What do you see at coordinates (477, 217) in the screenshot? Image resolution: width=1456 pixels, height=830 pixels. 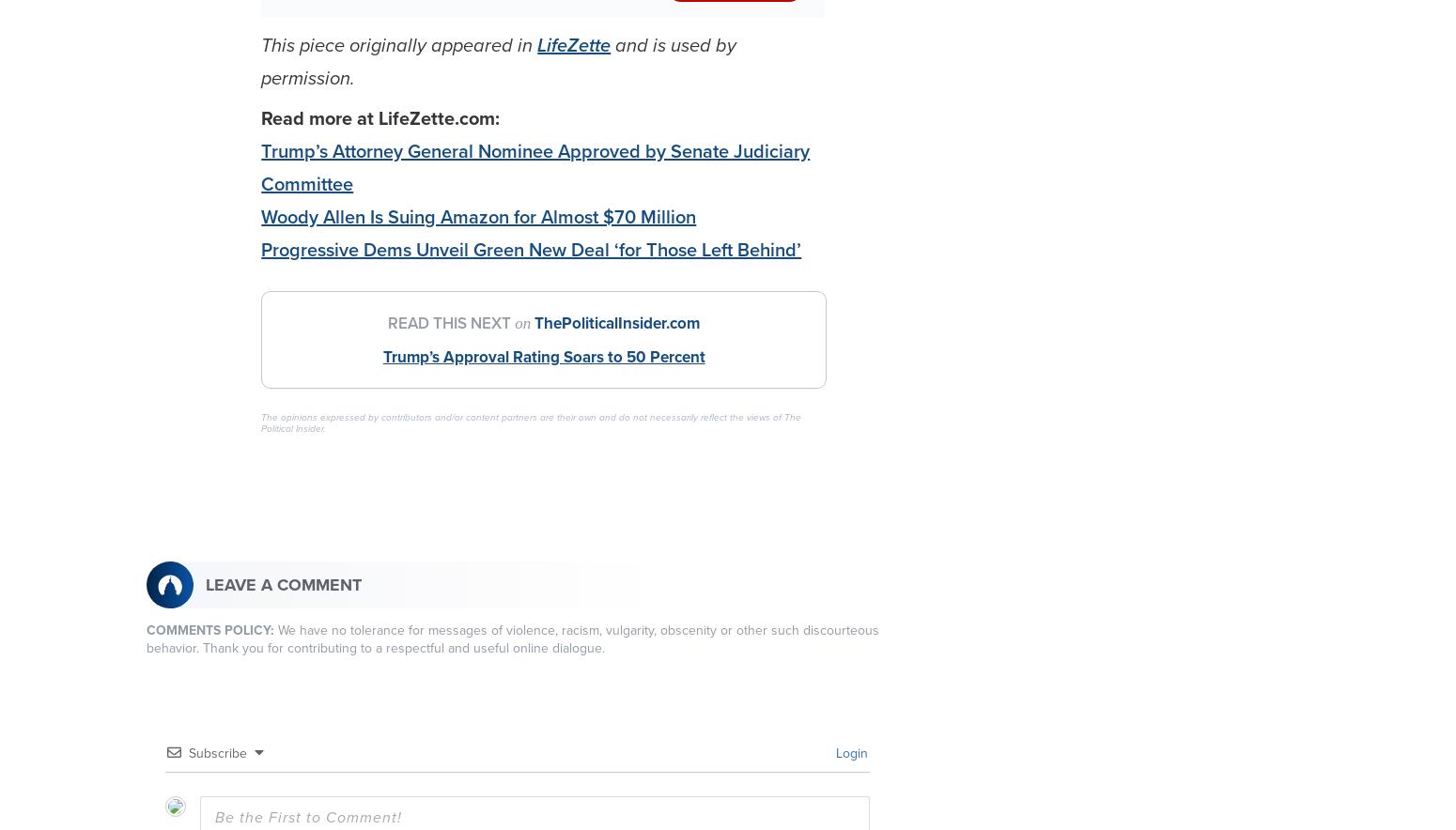 I see `'Woody Allen Is Suing Amazon for Almost $70 Million'` at bounding box center [477, 217].